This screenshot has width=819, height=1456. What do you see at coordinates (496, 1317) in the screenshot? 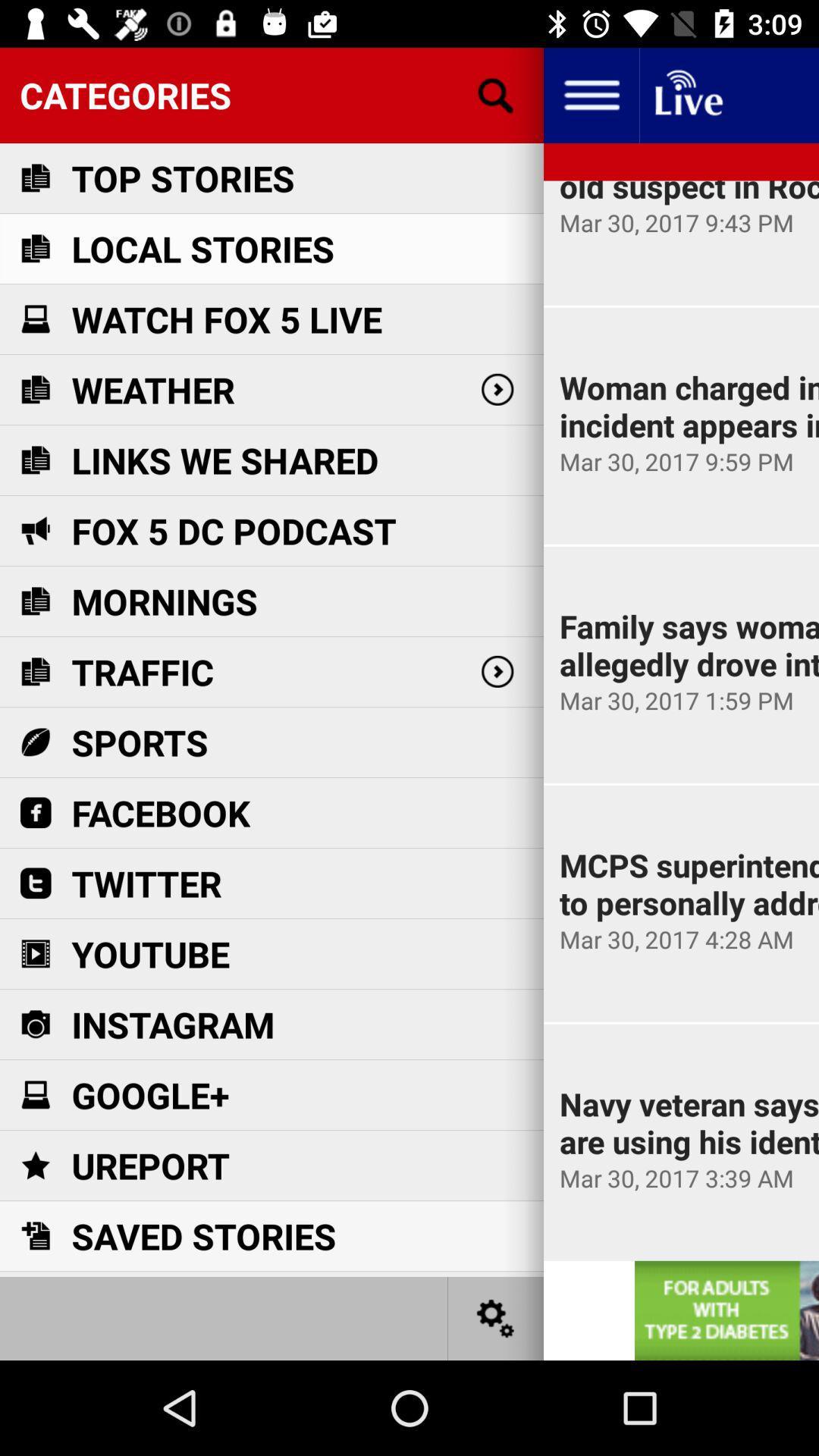
I see `the settings icon` at bounding box center [496, 1317].